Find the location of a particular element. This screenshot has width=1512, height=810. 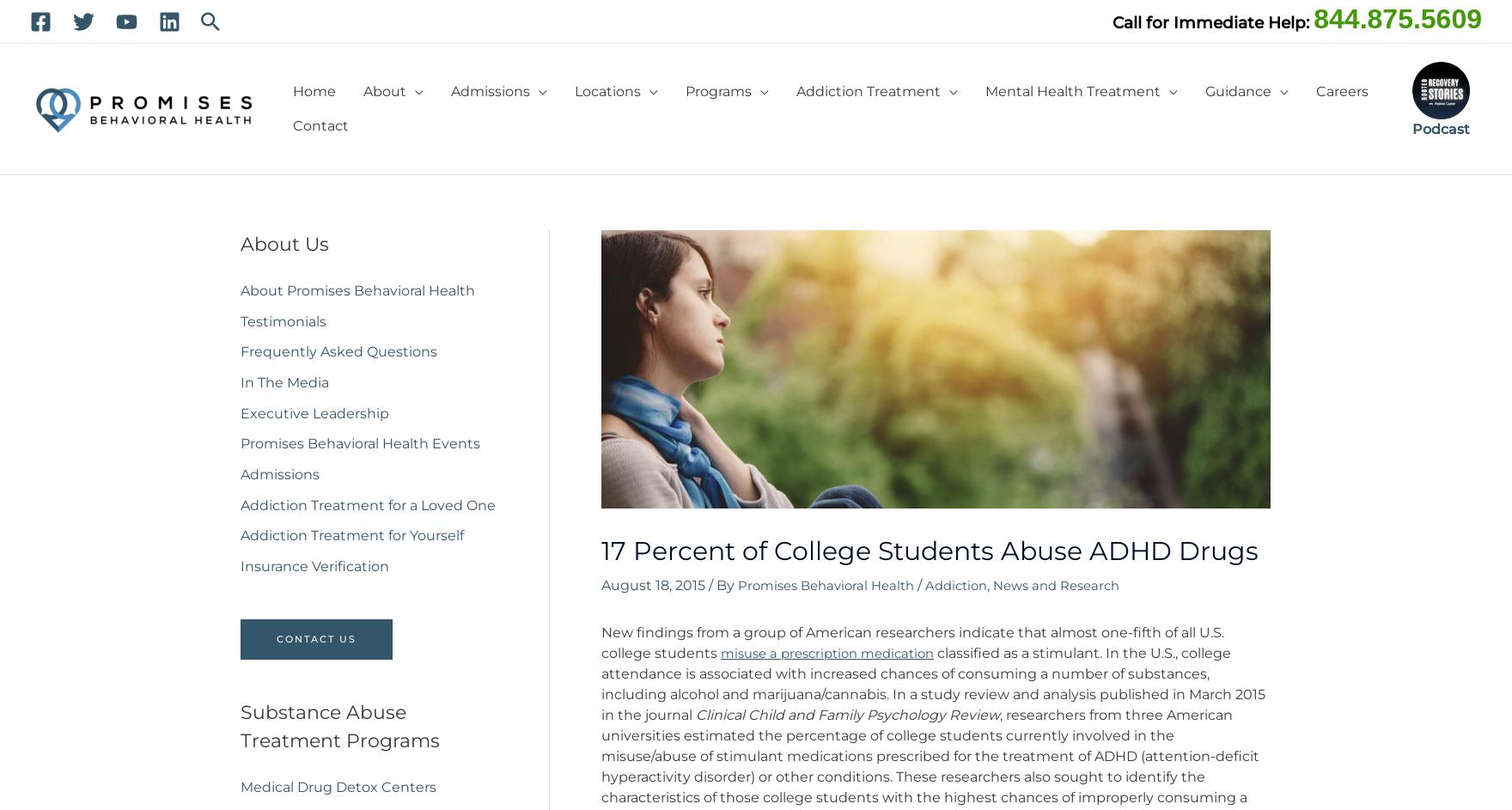

'Podcast' is located at coordinates (1440, 128).